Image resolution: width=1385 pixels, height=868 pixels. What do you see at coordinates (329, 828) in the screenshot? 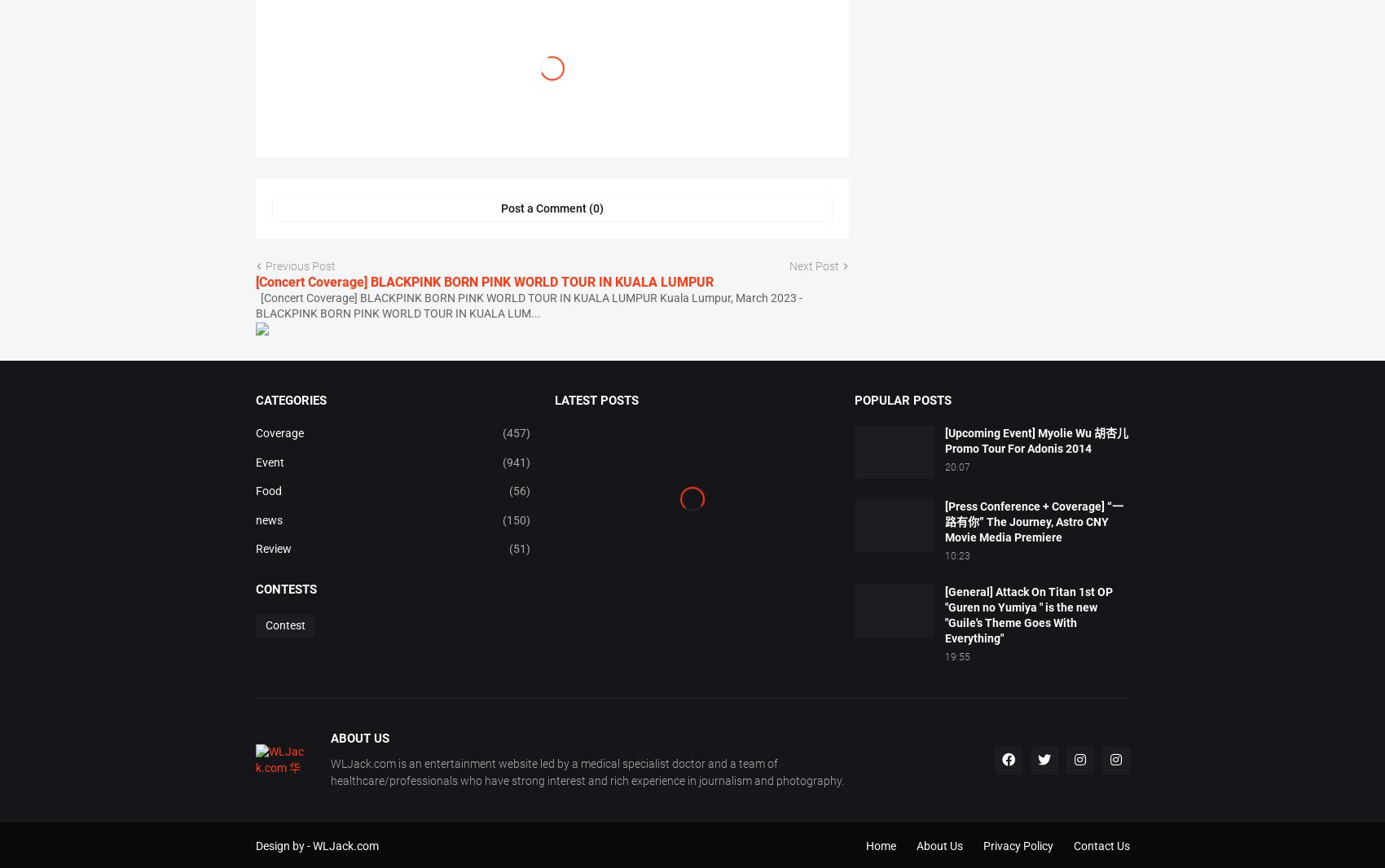
I see `'WLJack.com is an entertainment website led by a medical specialist doctor and a team of healthcare/professionals who have strong interest and rich experience in journalism and photography.'` at bounding box center [329, 828].